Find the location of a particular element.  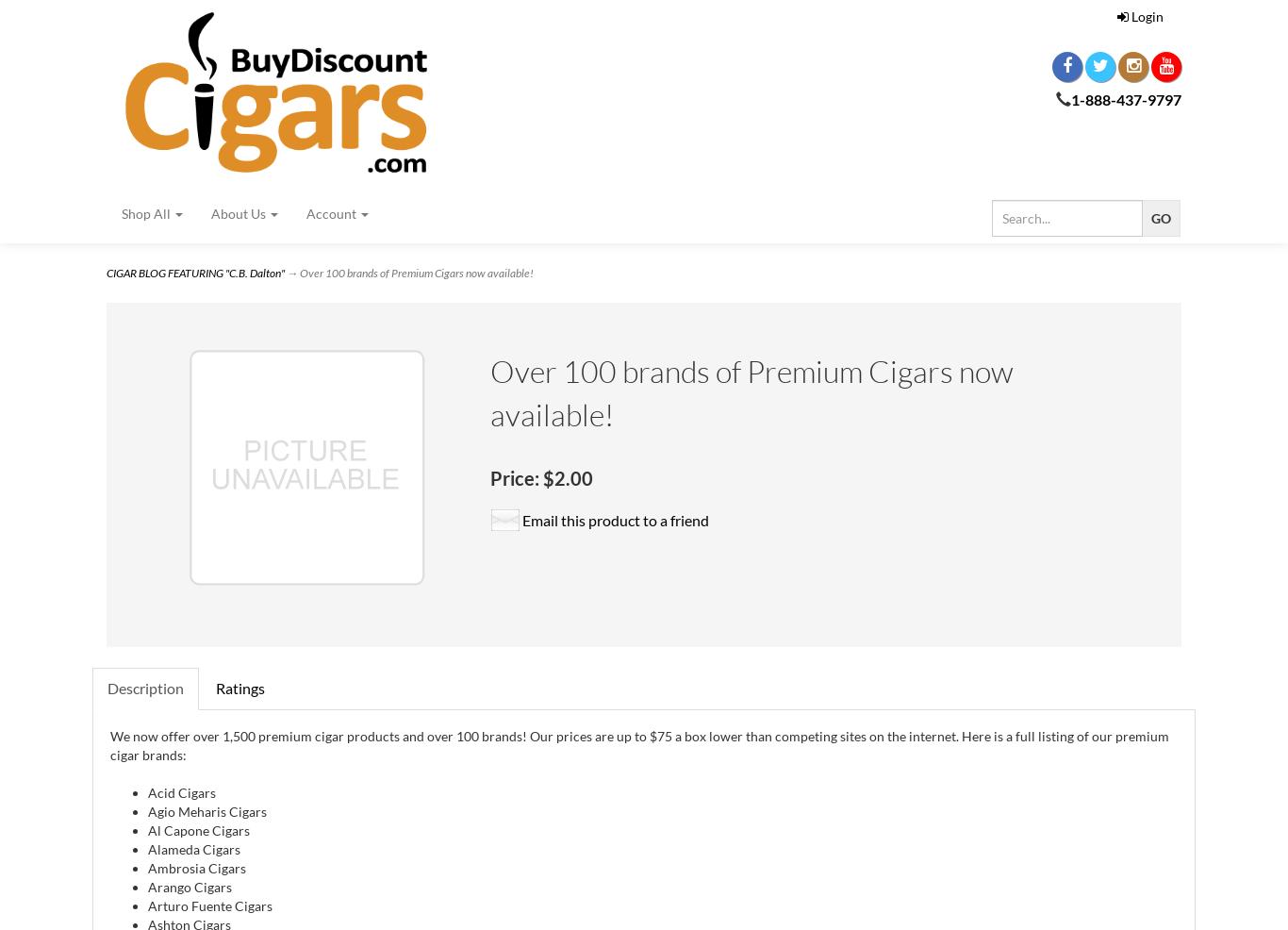

'CIGAR BLOG FEATURING "C.B. Dalton"' is located at coordinates (194, 273).